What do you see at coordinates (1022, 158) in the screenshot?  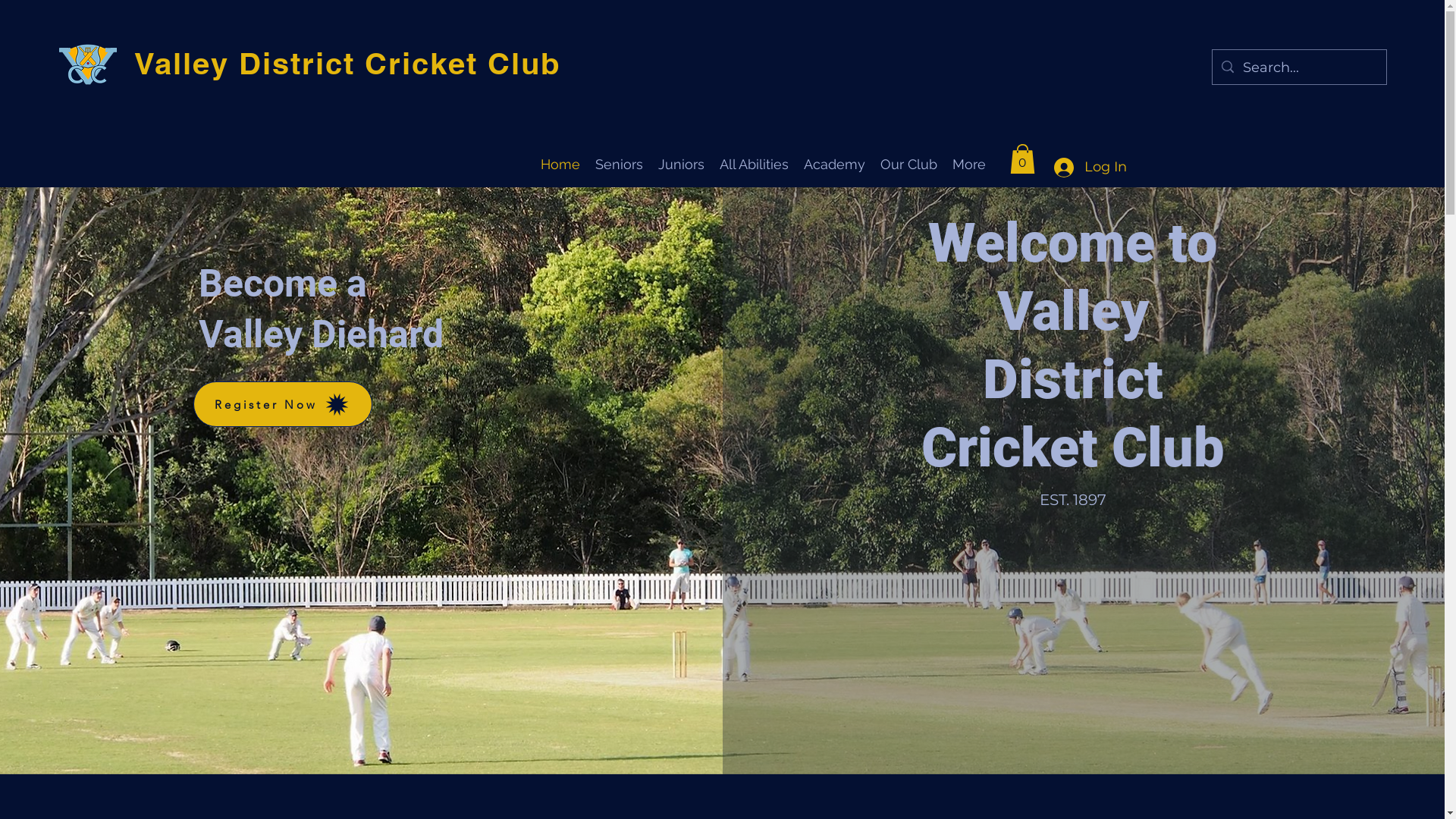 I see `'0'` at bounding box center [1022, 158].